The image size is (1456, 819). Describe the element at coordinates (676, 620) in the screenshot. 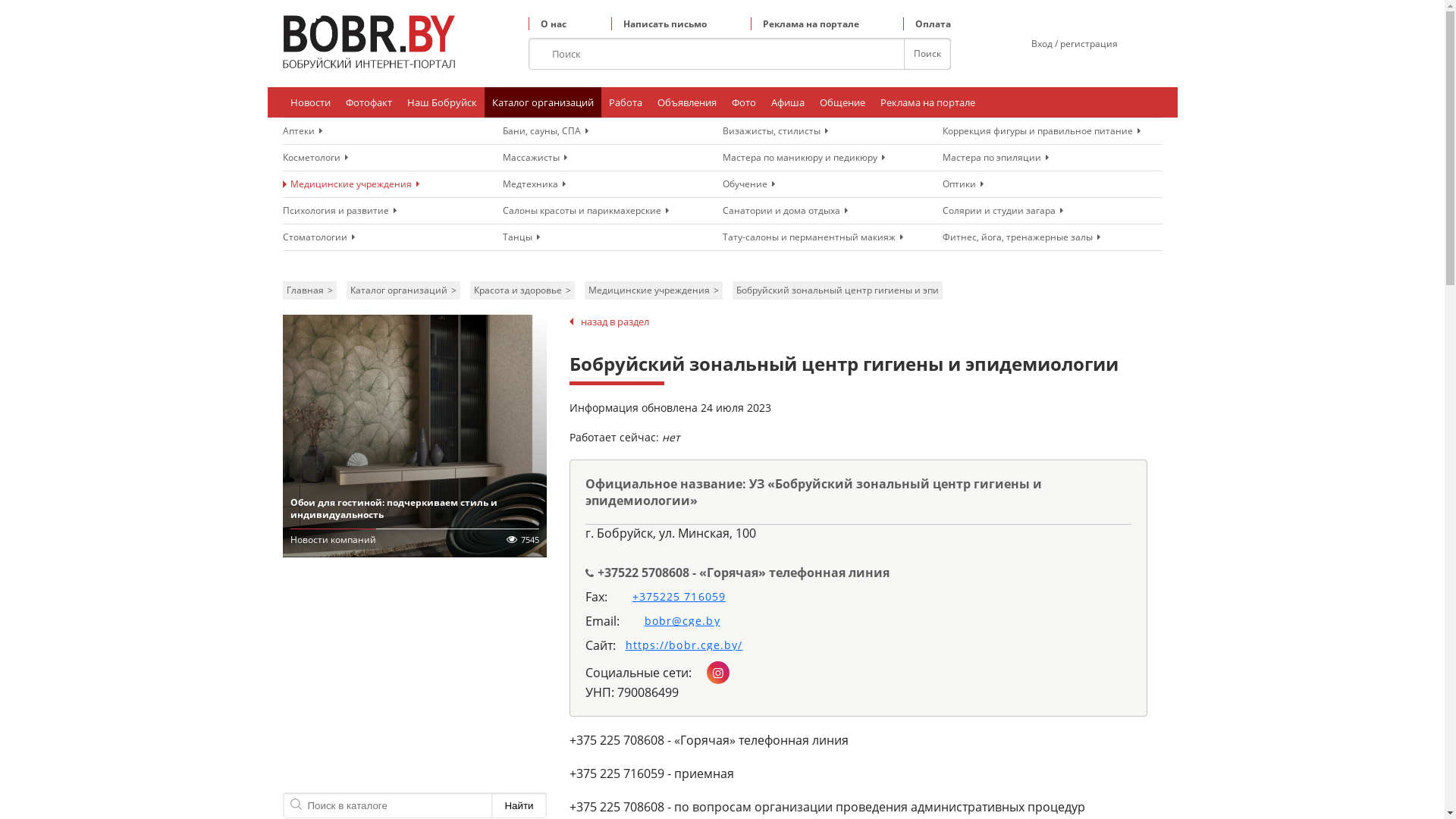

I see `'bobr@cge.by'` at that location.